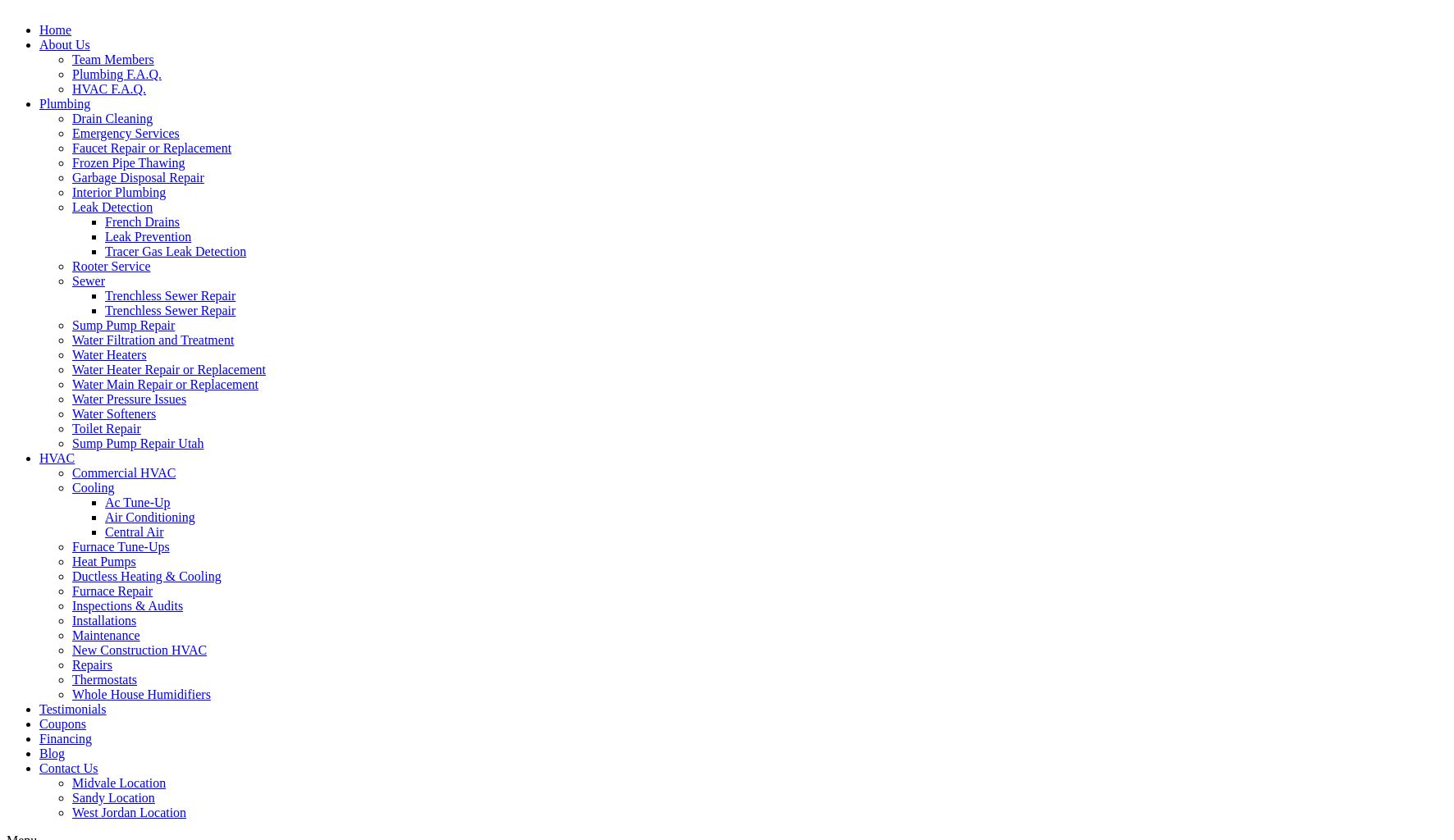 The height and width of the screenshot is (840, 1454). What do you see at coordinates (137, 442) in the screenshot?
I see `'Sump Pump Repair Utah'` at bounding box center [137, 442].